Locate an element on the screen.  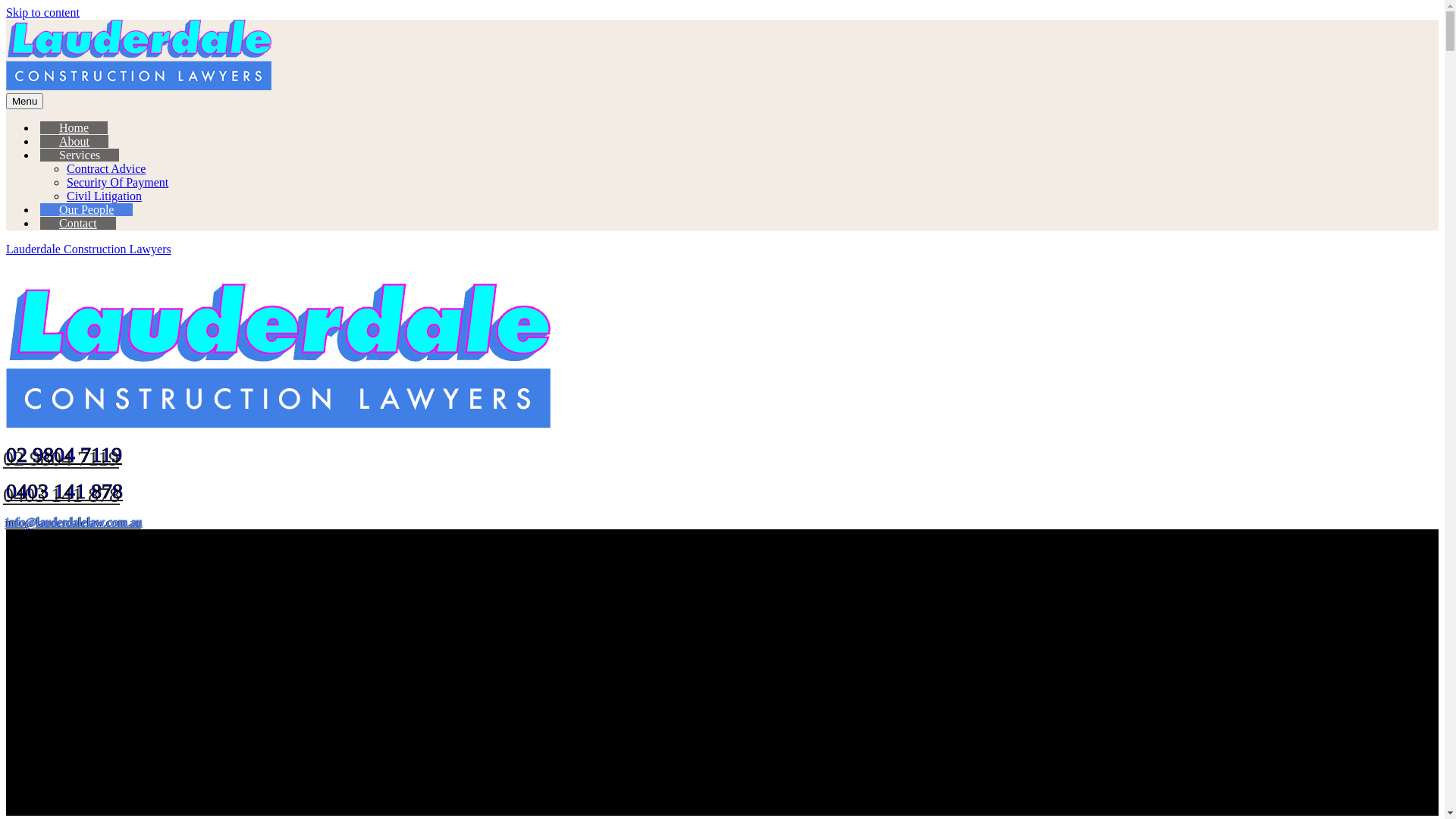
'Lauderdale Construction Lawyers' is located at coordinates (87, 248).